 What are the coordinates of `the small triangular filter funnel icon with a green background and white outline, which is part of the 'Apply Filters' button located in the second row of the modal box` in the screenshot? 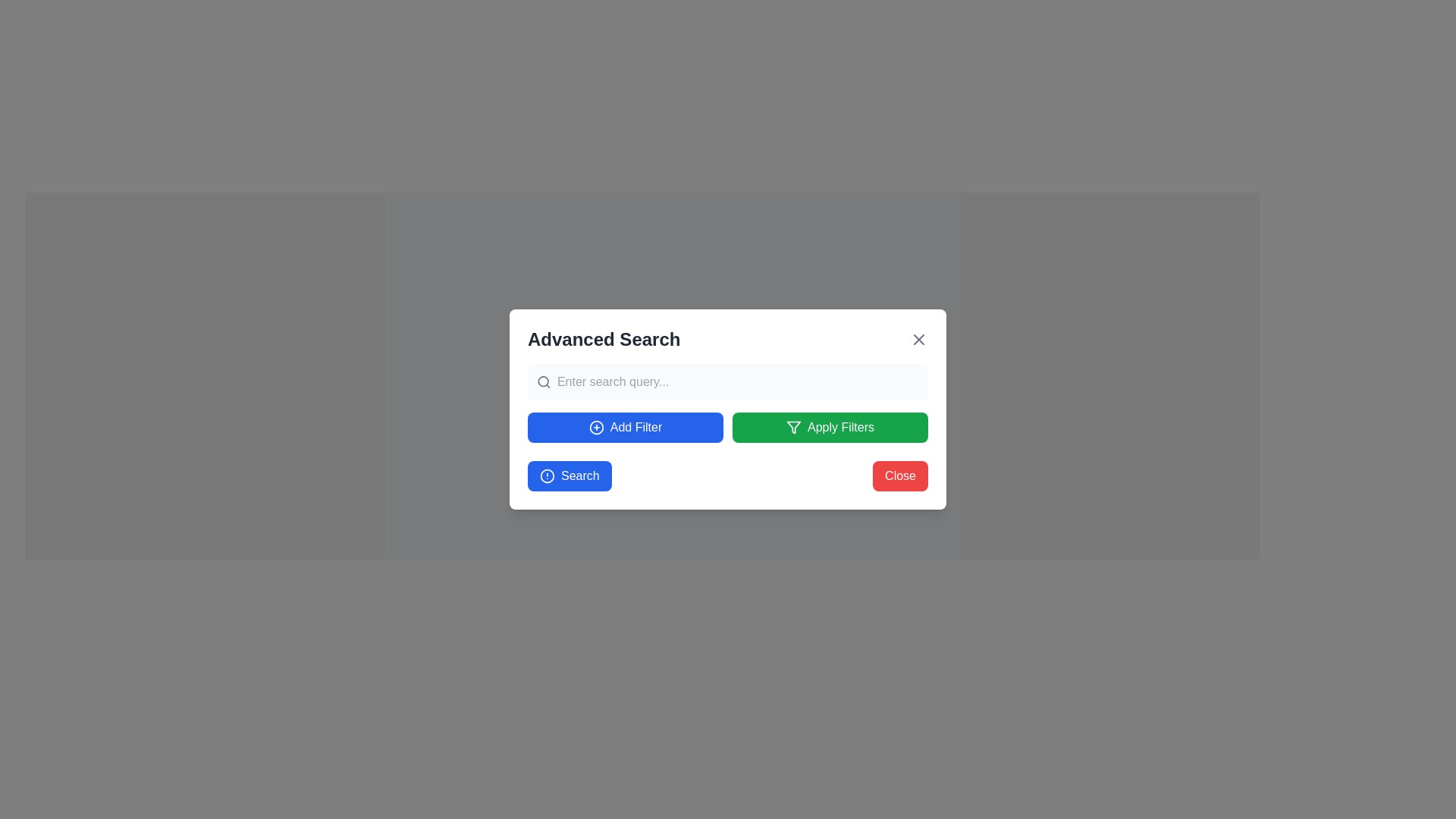 It's located at (792, 427).